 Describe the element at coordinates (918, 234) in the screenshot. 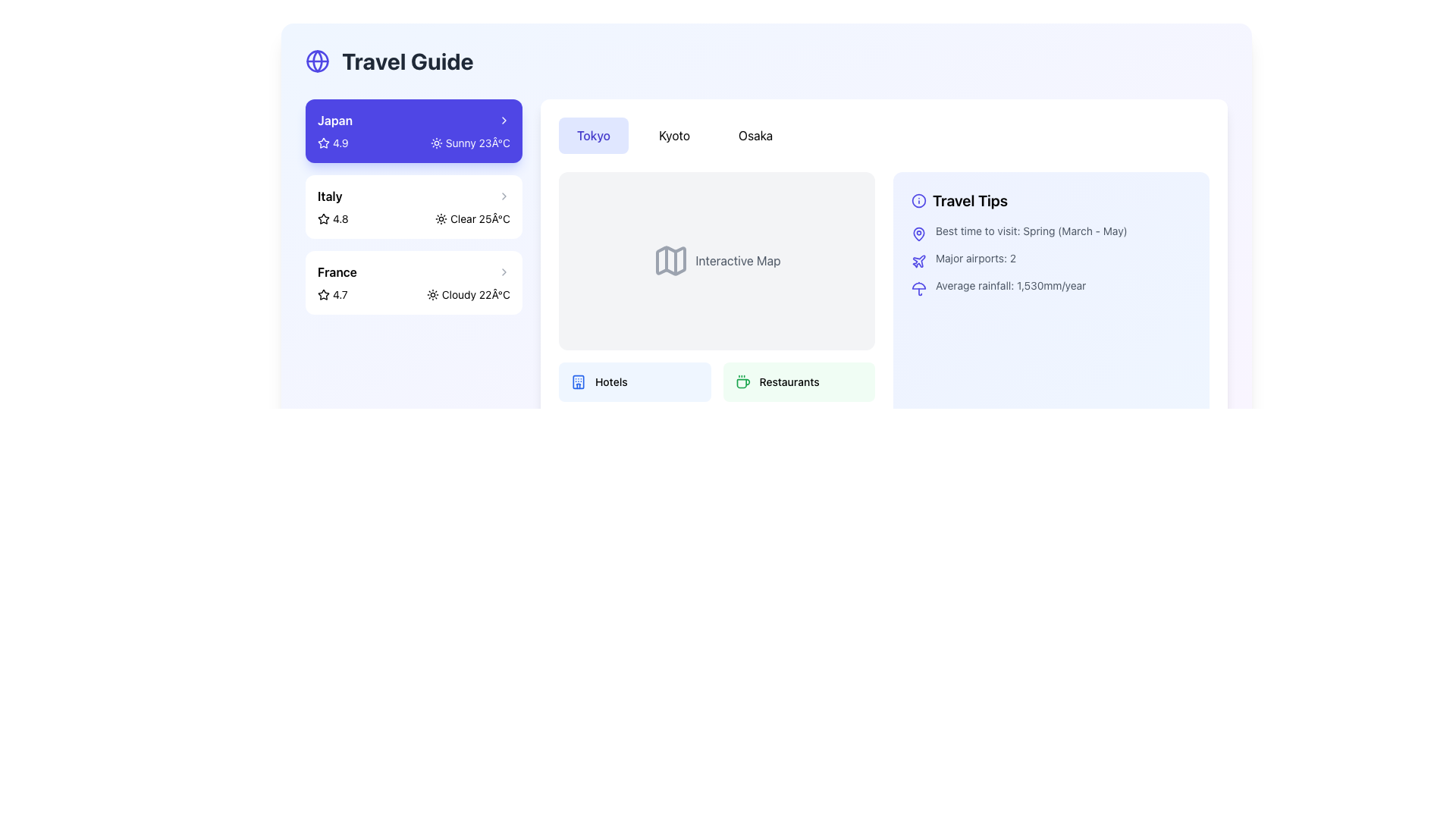

I see `the blue pin icon in the 'Travel Tips' section, which is adjacent to the tip 'Best time to visit: Spring (March - May)', to possibly see tooltip information` at that location.